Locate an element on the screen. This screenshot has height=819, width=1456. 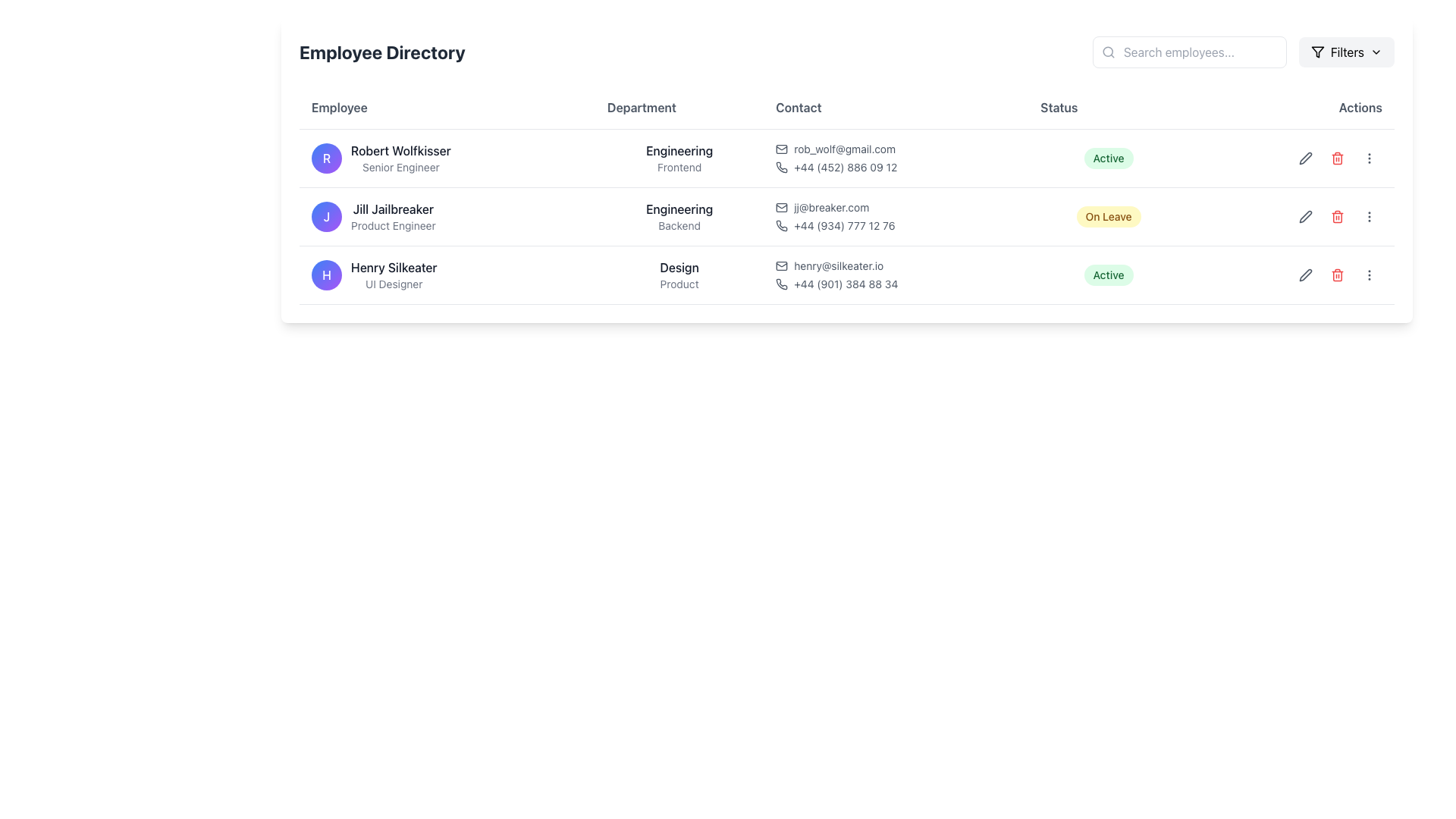
text displayed in the second item under the 'Department' column, which corresponds to the employee 'Jill Jailbreaker' in the employee directory is located at coordinates (679, 216).